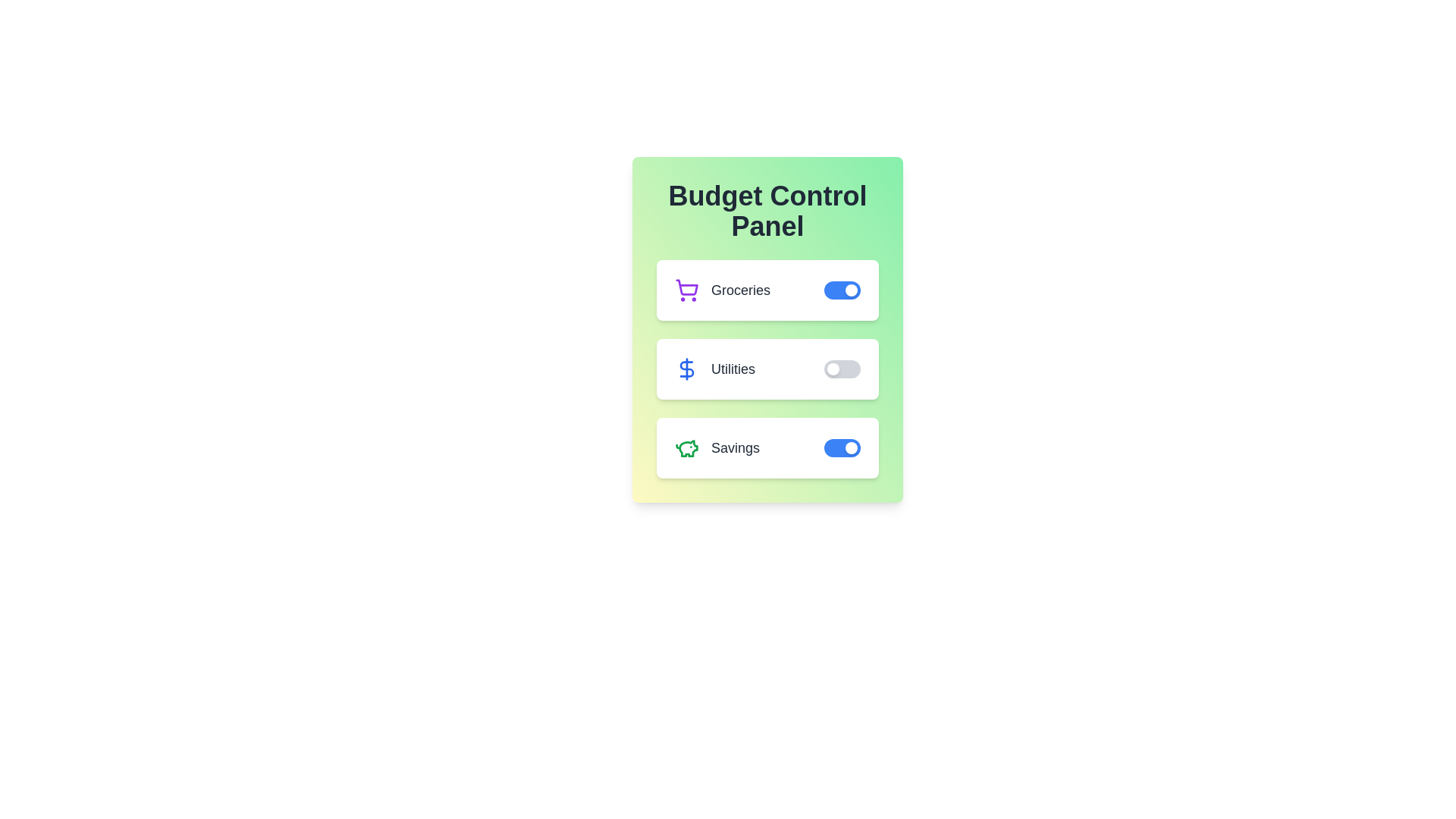 Image resolution: width=1456 pixels, height=819 pixels. What do you see at coordinates (686, 290) in the screenshot?
I see `the 'Groceries' icon` at bounding box center [686, 290].